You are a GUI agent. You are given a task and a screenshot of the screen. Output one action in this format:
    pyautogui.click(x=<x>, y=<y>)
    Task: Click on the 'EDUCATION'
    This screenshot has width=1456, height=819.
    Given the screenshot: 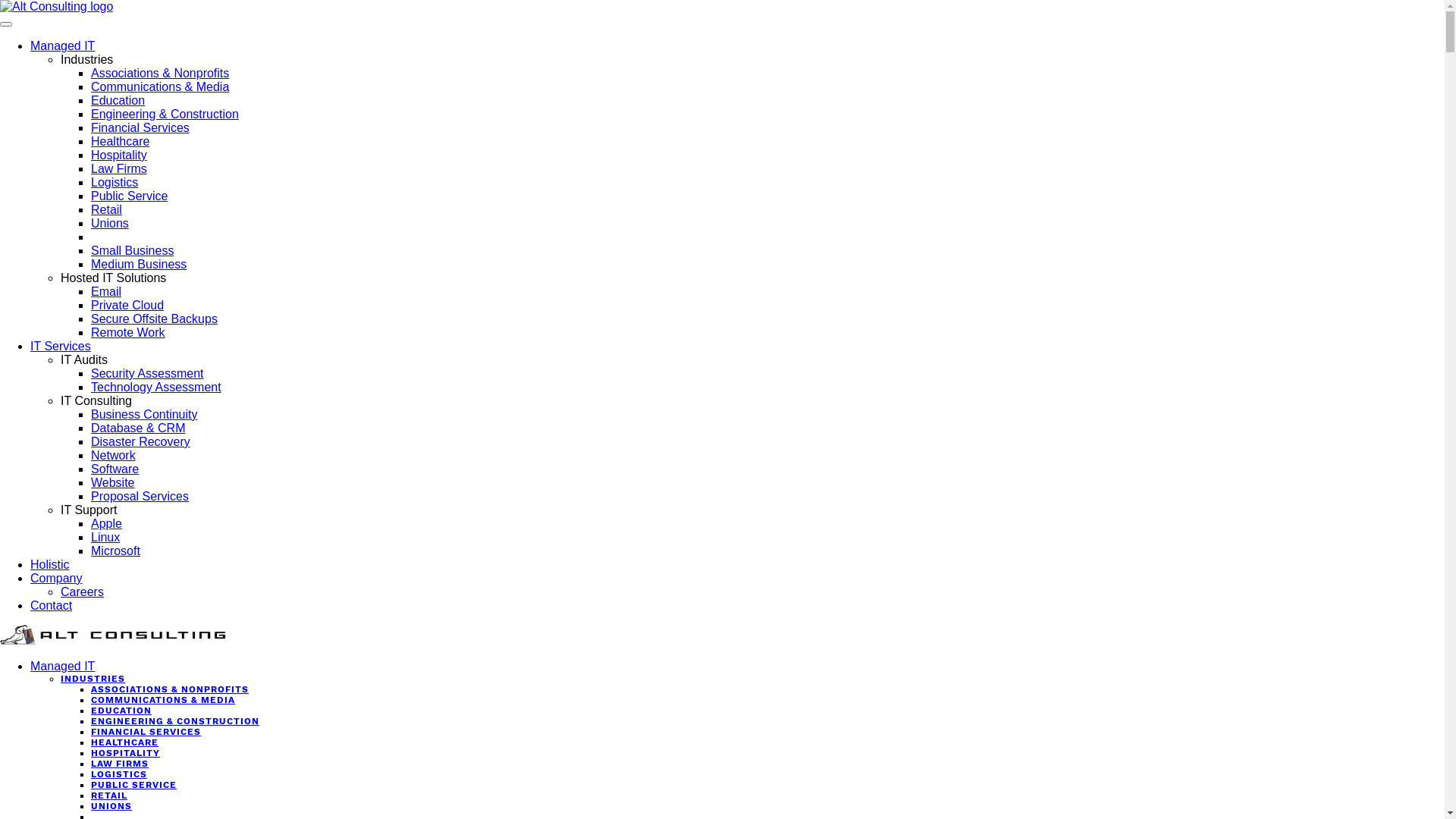 What is the action you would take?
    pyautogui.click(x=120, y=711)
    